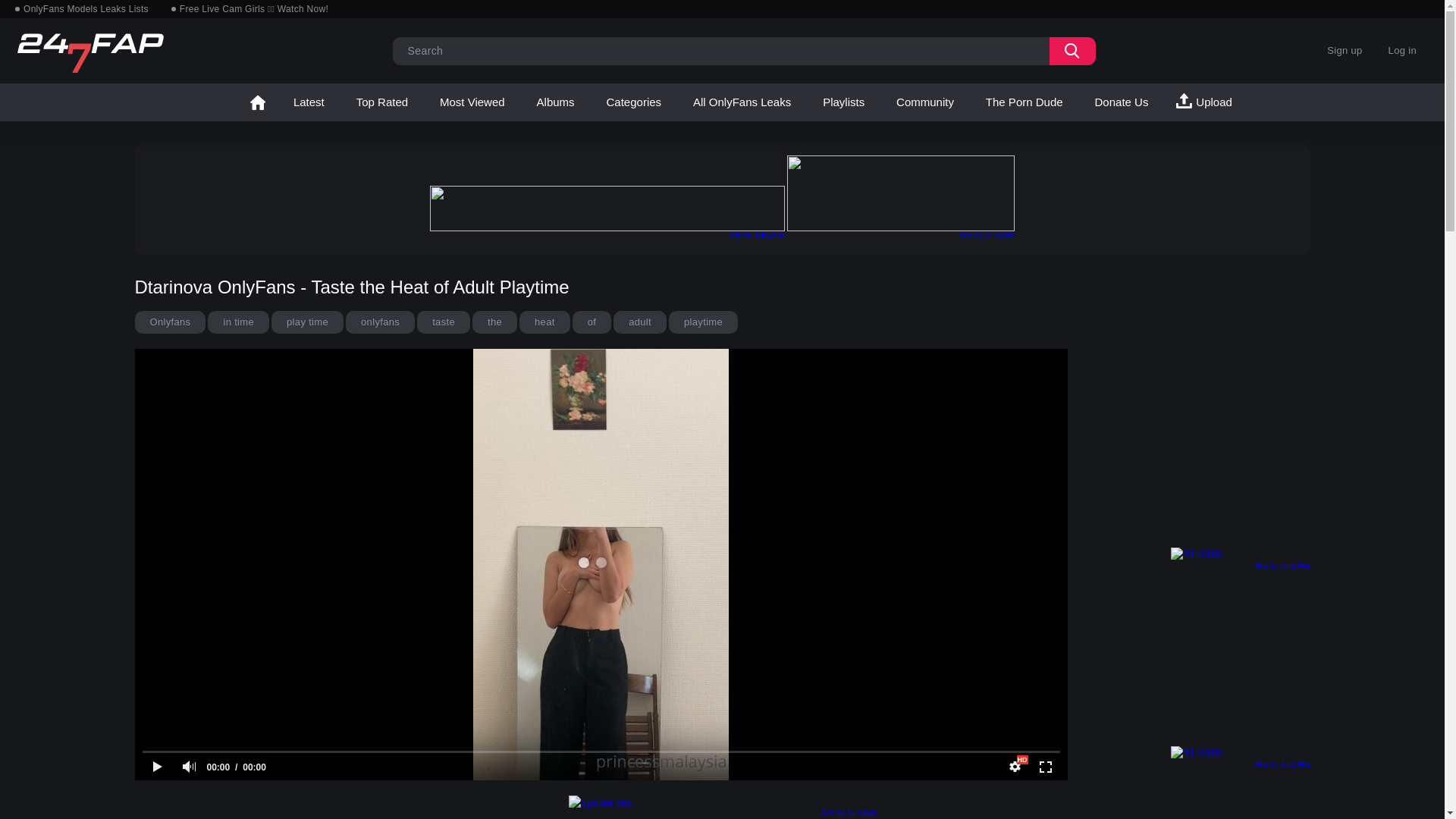 This screenshot has height=819, width=1456. What do you see at coordinates (443, 321) in the screenshot?
I see `'taste'` at bounding box center [443, 321].